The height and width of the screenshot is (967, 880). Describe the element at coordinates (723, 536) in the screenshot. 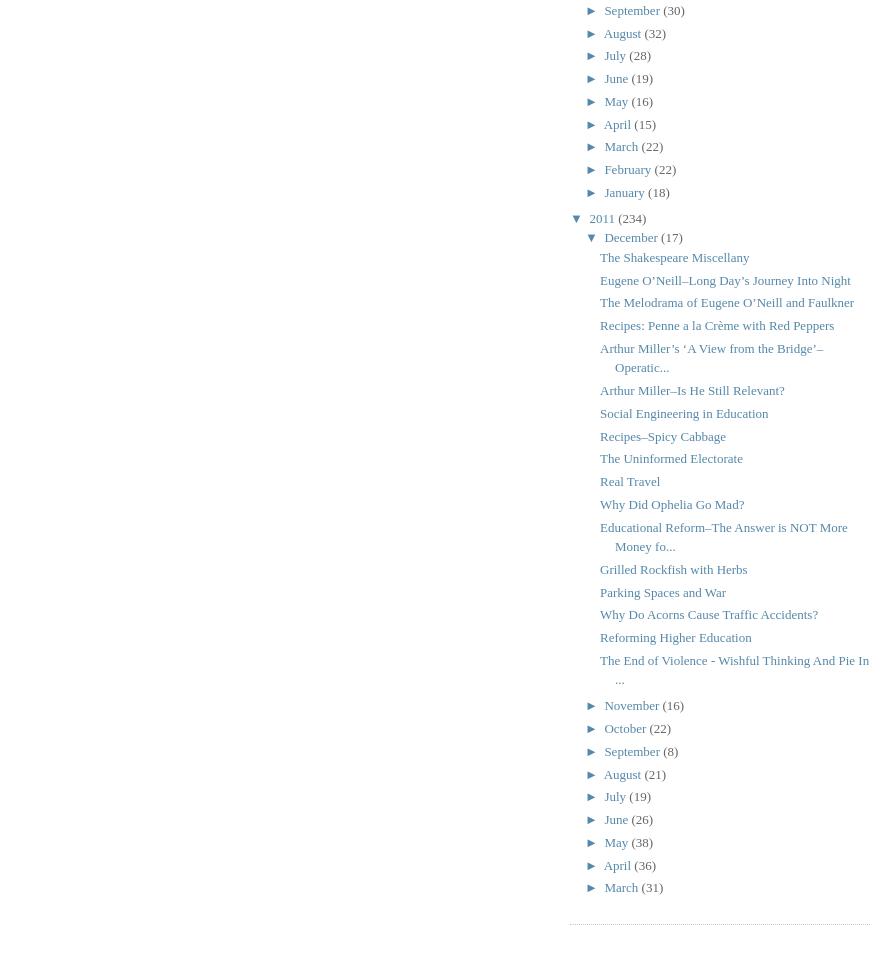

I see `'Educational Reform–The Answer is NOT More Money fo...'` at that location.